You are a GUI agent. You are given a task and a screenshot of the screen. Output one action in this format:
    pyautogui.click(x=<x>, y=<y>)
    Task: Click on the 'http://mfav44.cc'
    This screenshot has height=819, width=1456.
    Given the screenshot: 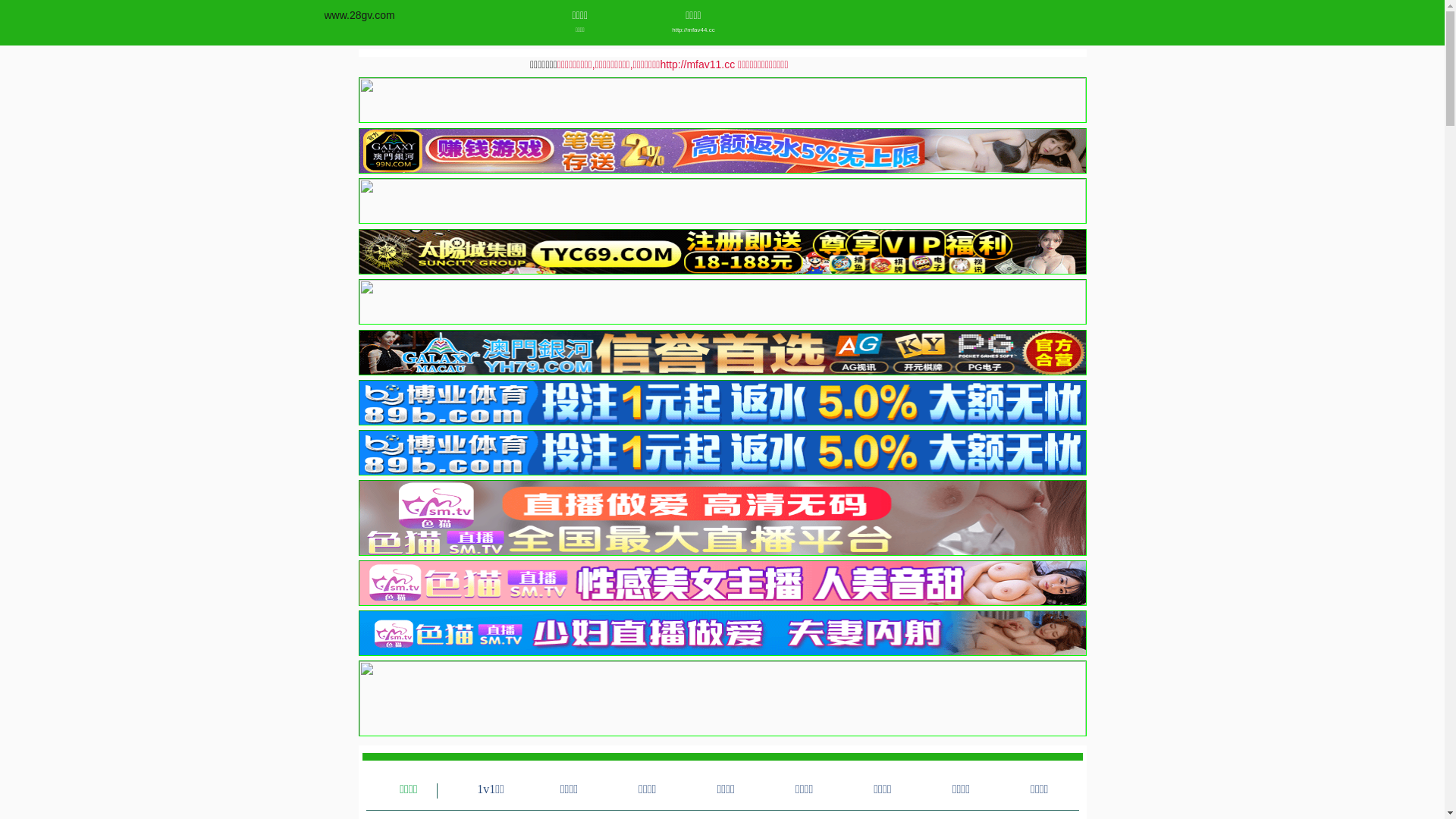 What is the action you would take?
    pyautogui.click(x=693, y=30)
    